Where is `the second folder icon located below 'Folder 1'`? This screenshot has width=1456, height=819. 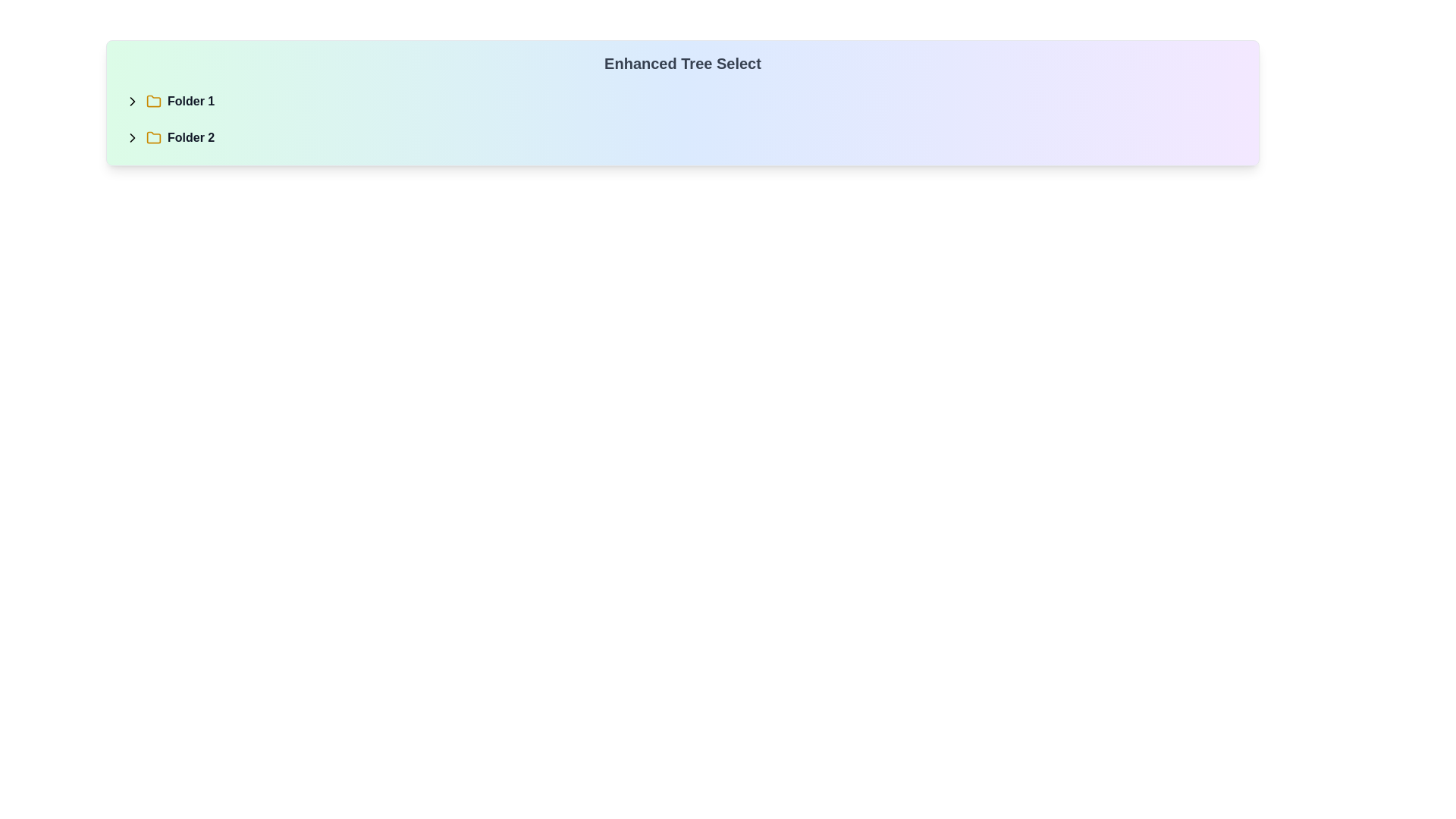 the second folder icon located below 'Folder 1' is located at coordinates (153, 137).